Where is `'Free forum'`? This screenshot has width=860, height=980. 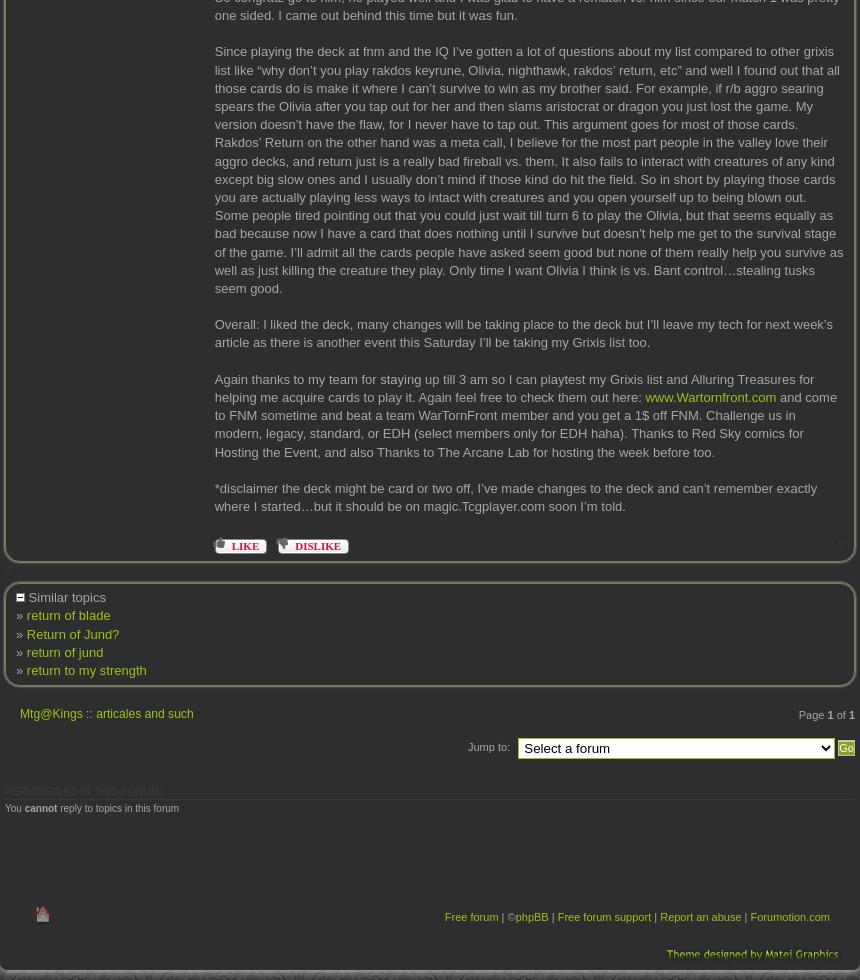
'Free forum' is located at coordinates (471, 916).